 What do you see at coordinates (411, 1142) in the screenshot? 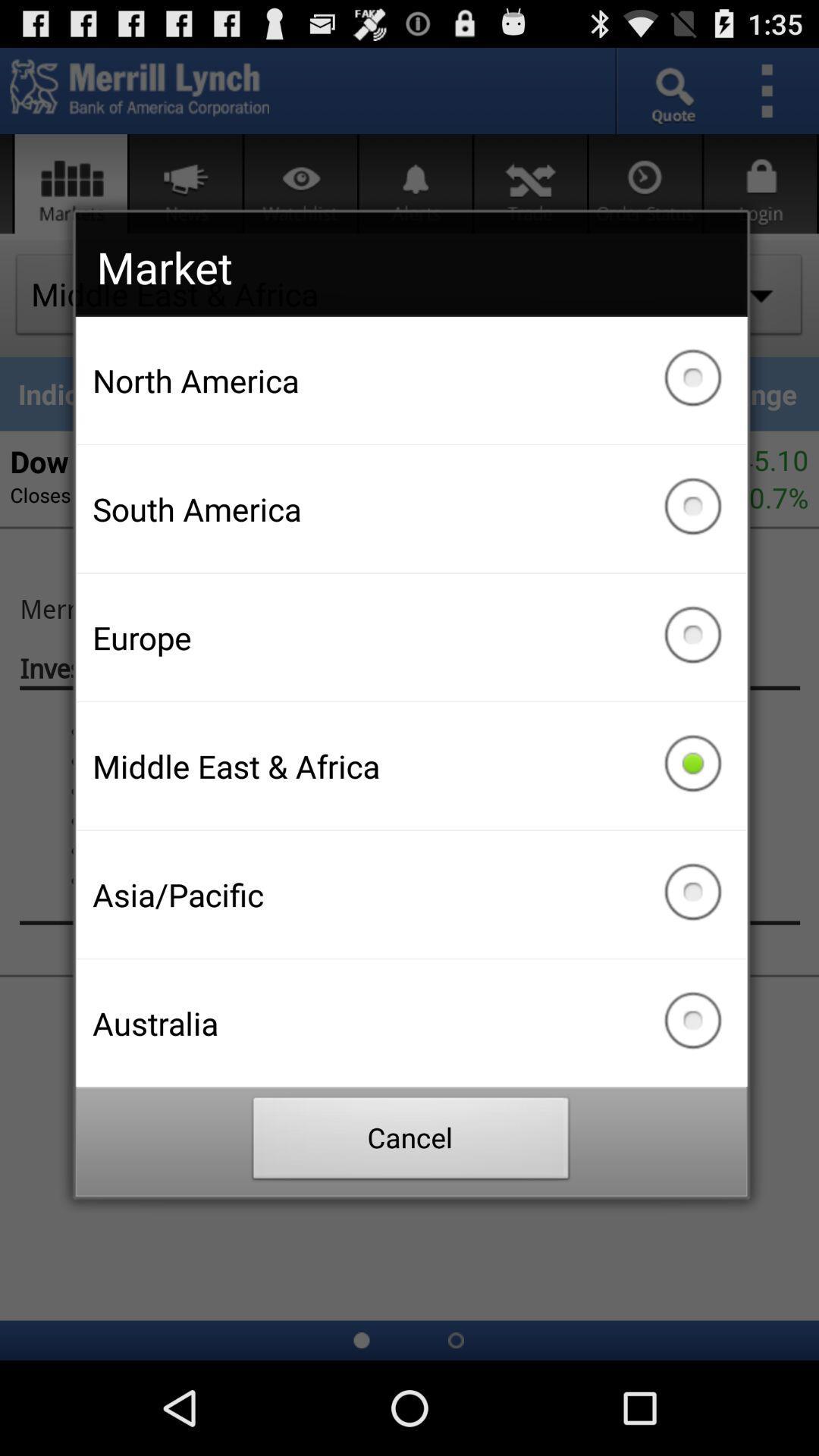
I see `cancel item` at bounding box center [411, 1142].